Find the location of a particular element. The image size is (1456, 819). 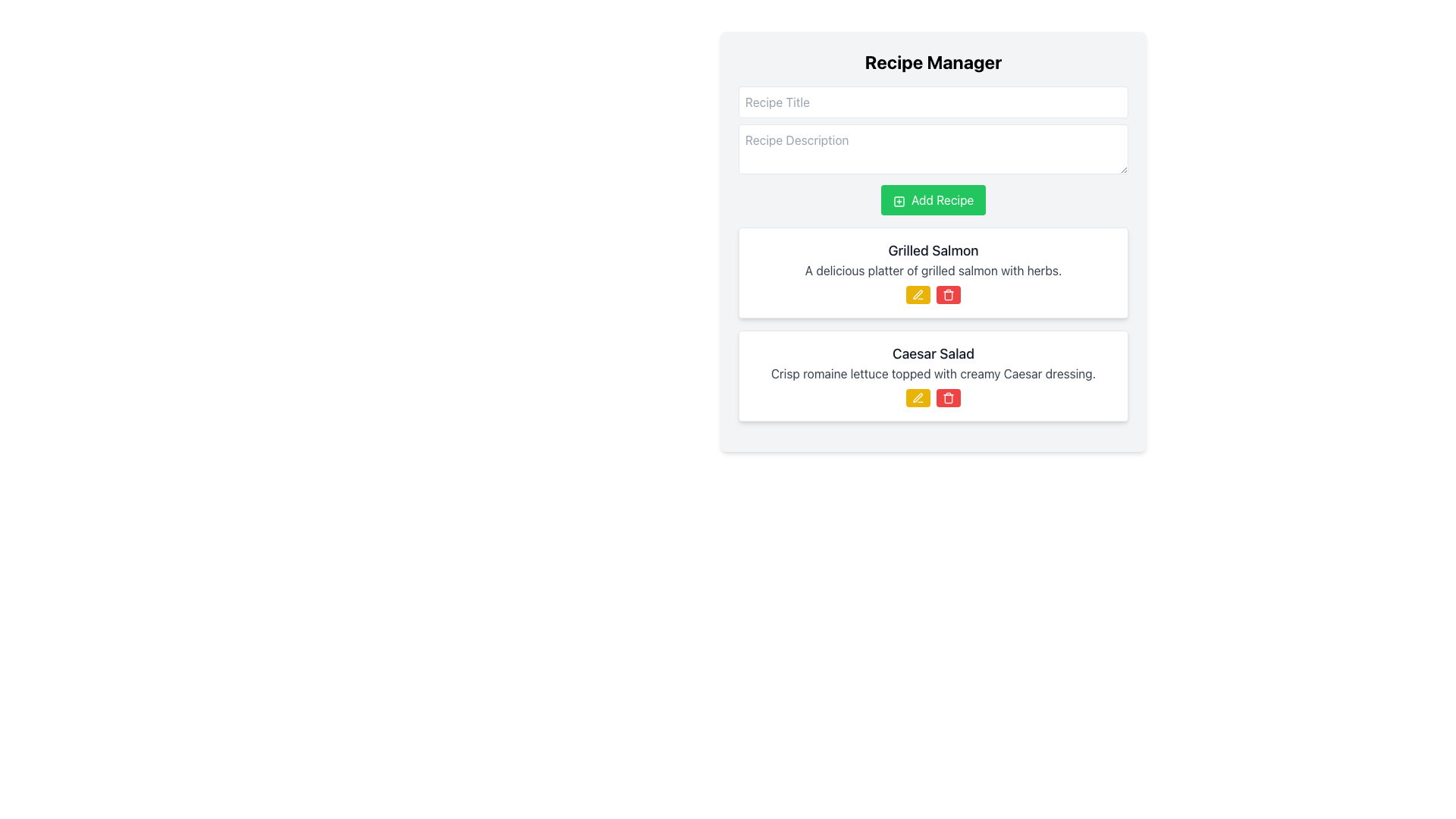

the small square icon with a '+' symbol inside, located within the green button labeled 'Add Recipe.' is located at coordinates (899, 200).